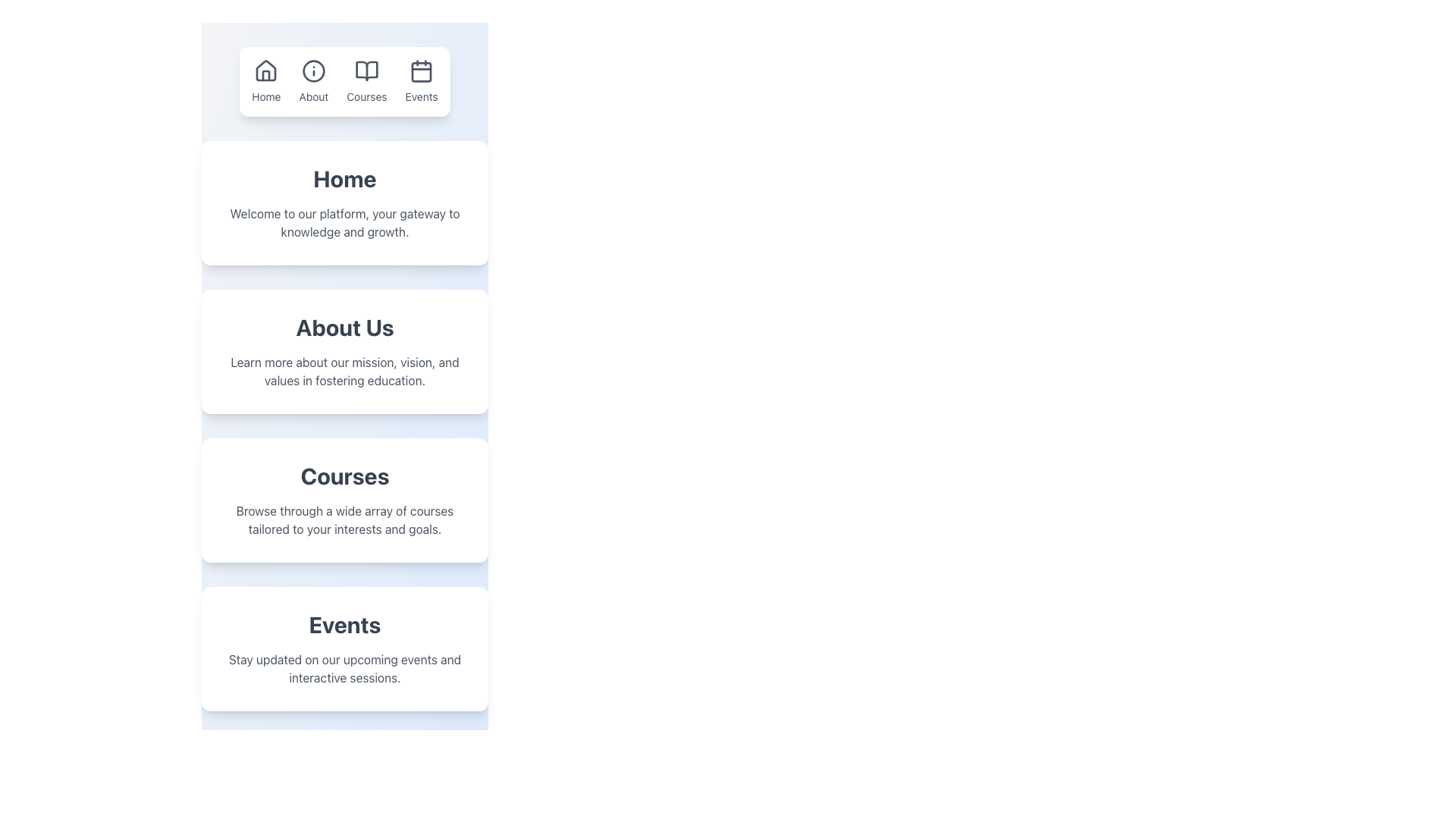  Describe the element at coordinates (312, 96) in the screenshot. I see `the 'About' label in the menu bar, which is located to the right of the 'Home' section and to the left of the 'Courses' section` at that location.